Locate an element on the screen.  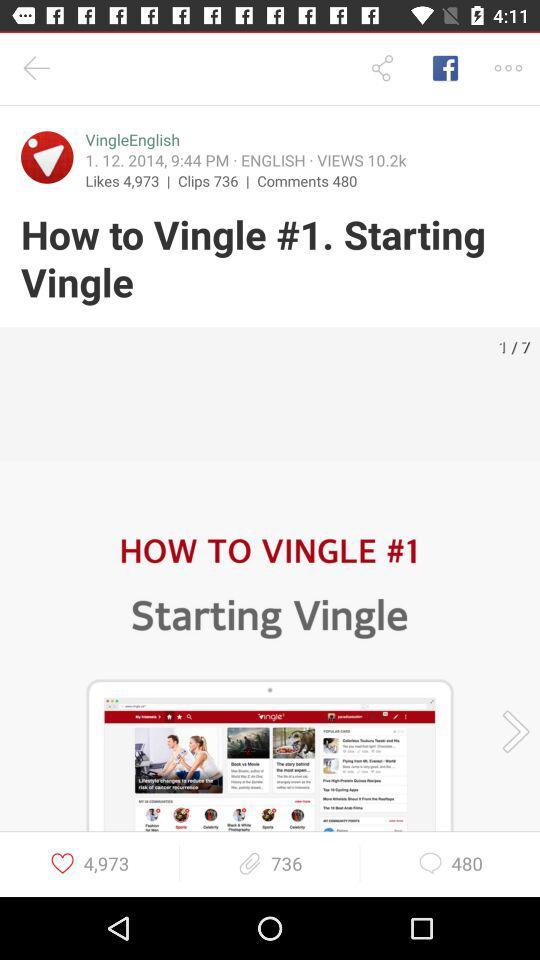
the item next to the comments 480 is located at coordinates (216, 179).